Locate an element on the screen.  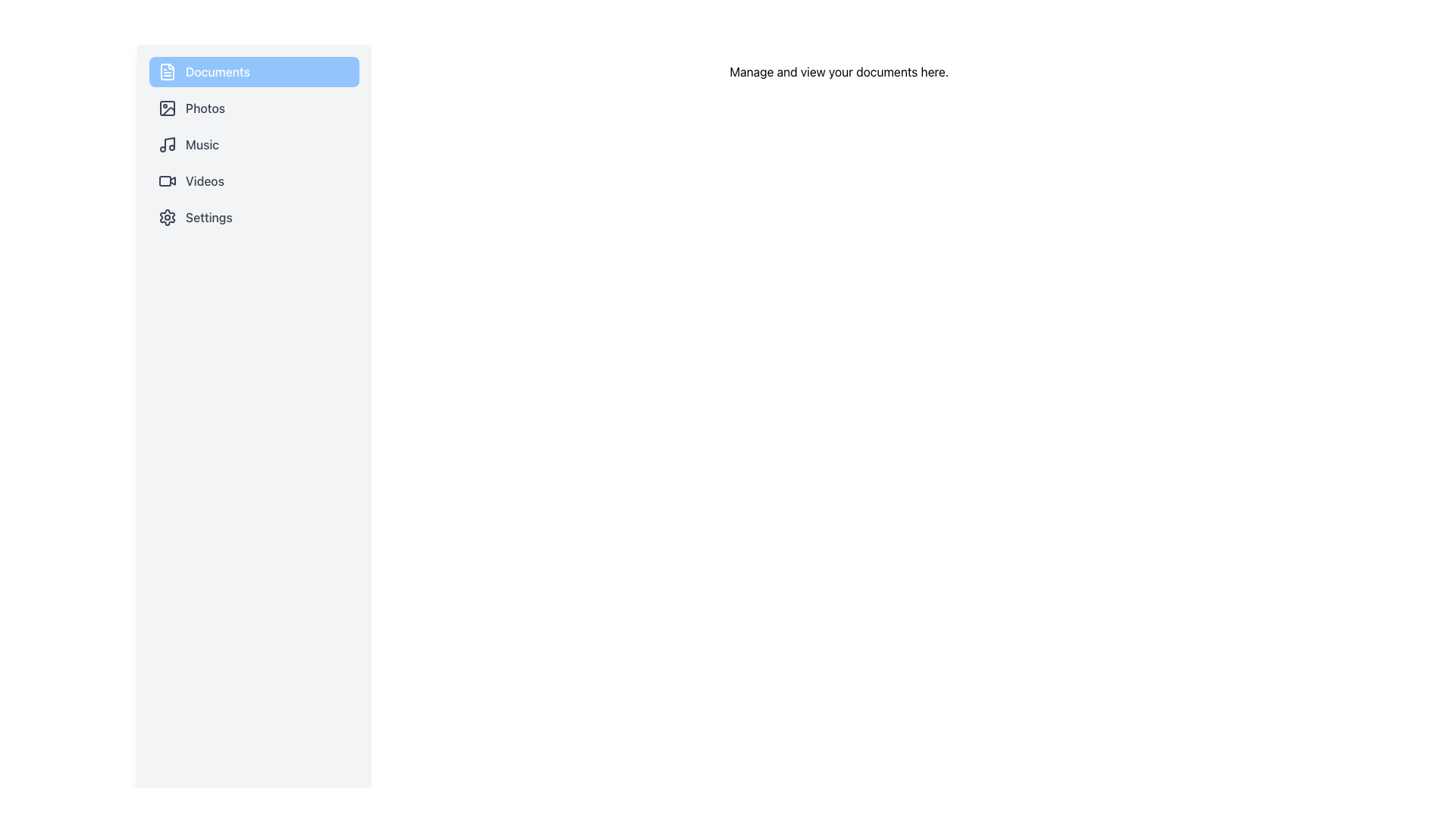
the musical note icon in the sidebar menu labeled 'Music' is located at coordinates (170, 143).